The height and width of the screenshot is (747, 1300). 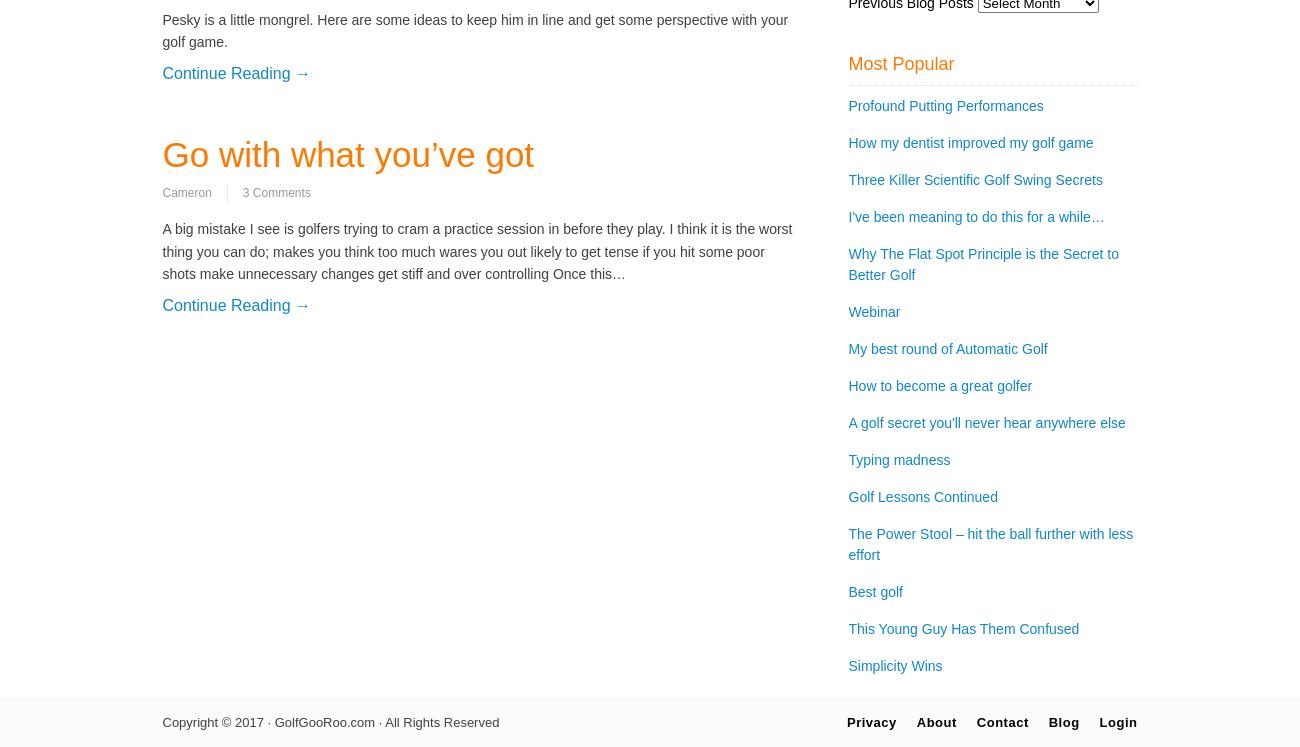 I want to click on 'Profound Putting Performances', so click(x=945, y=105).